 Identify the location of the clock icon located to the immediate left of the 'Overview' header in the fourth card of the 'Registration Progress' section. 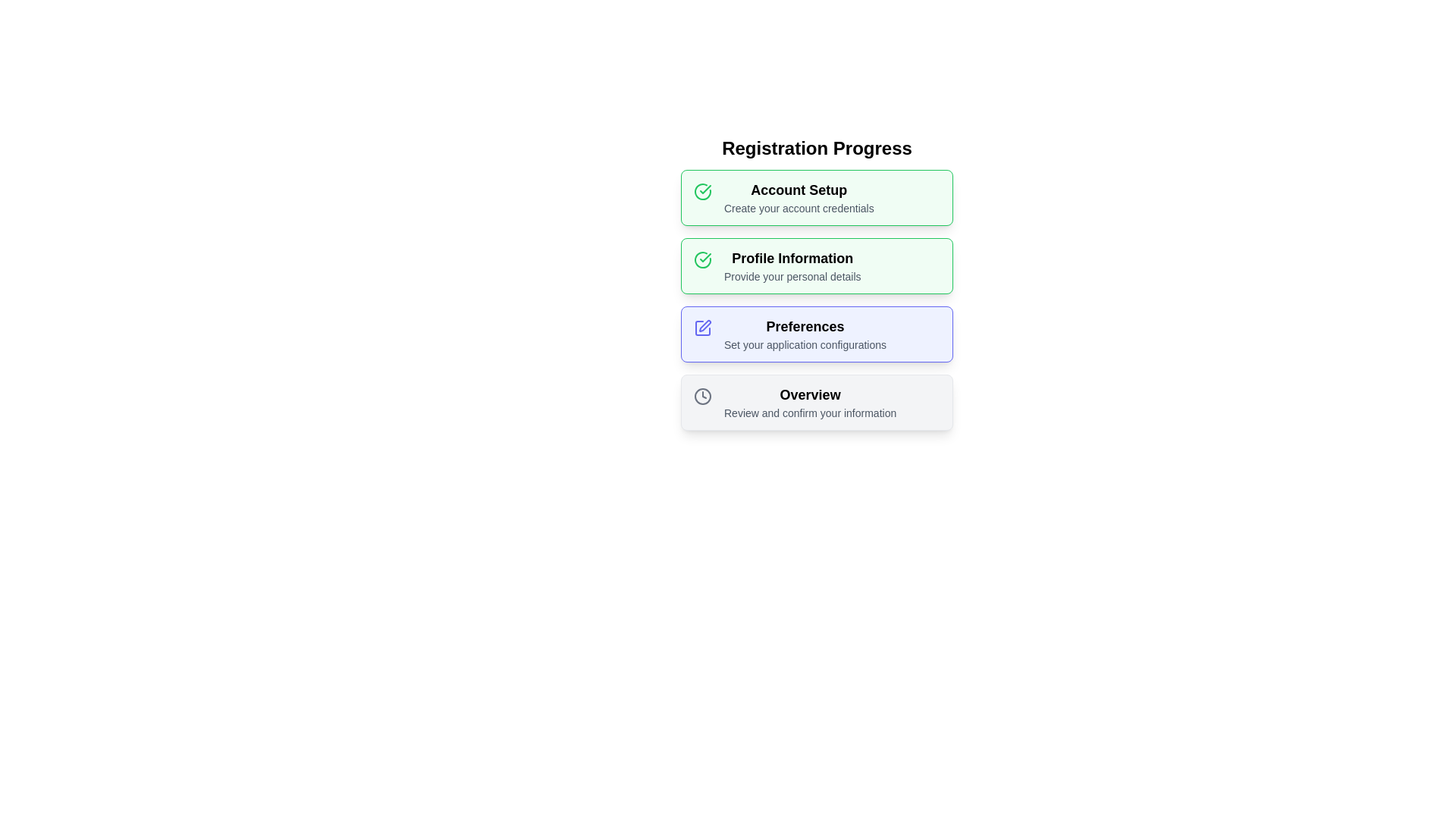
(701, 394).